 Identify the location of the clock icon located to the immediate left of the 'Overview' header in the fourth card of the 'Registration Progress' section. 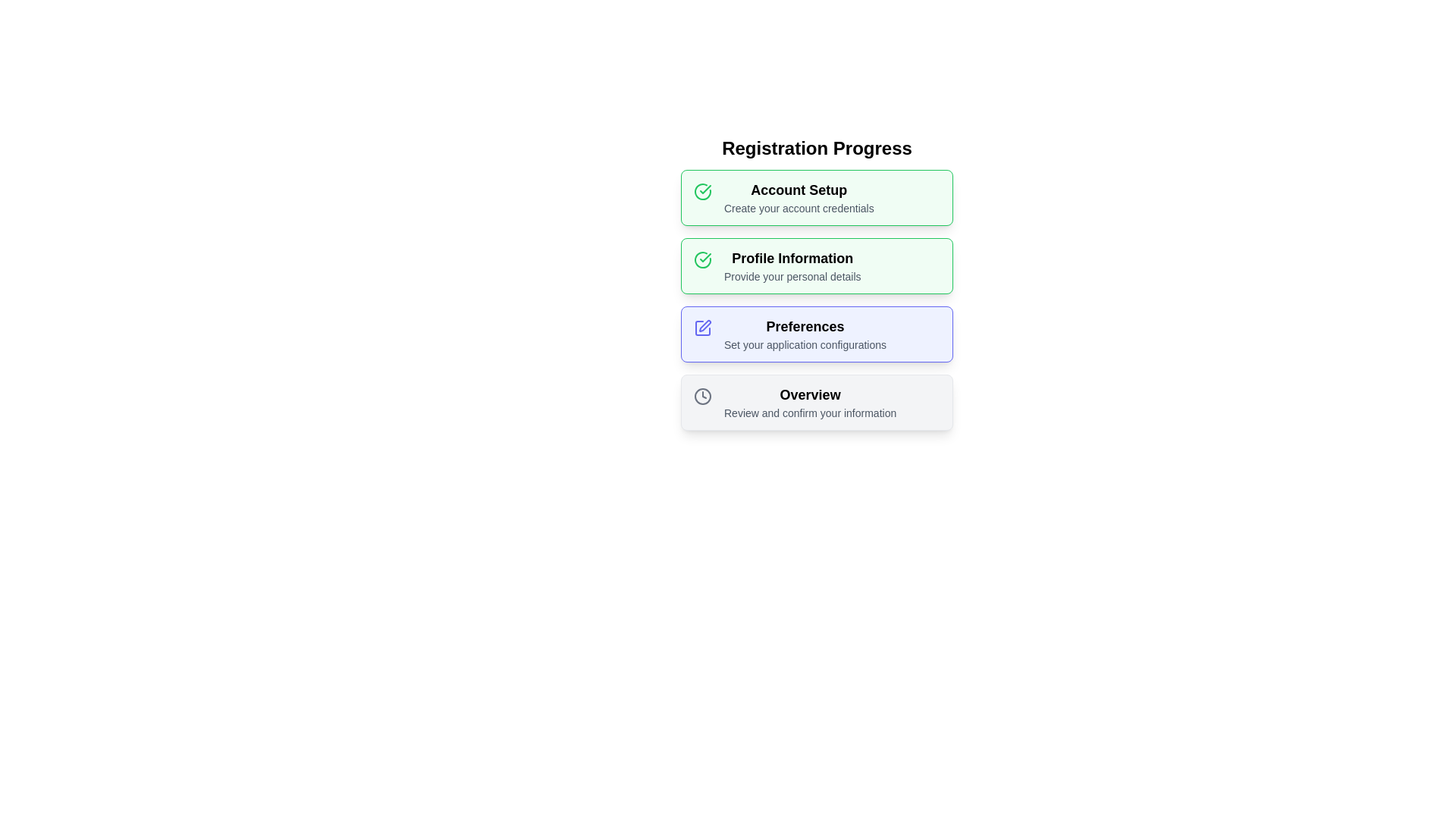
(701, 394).